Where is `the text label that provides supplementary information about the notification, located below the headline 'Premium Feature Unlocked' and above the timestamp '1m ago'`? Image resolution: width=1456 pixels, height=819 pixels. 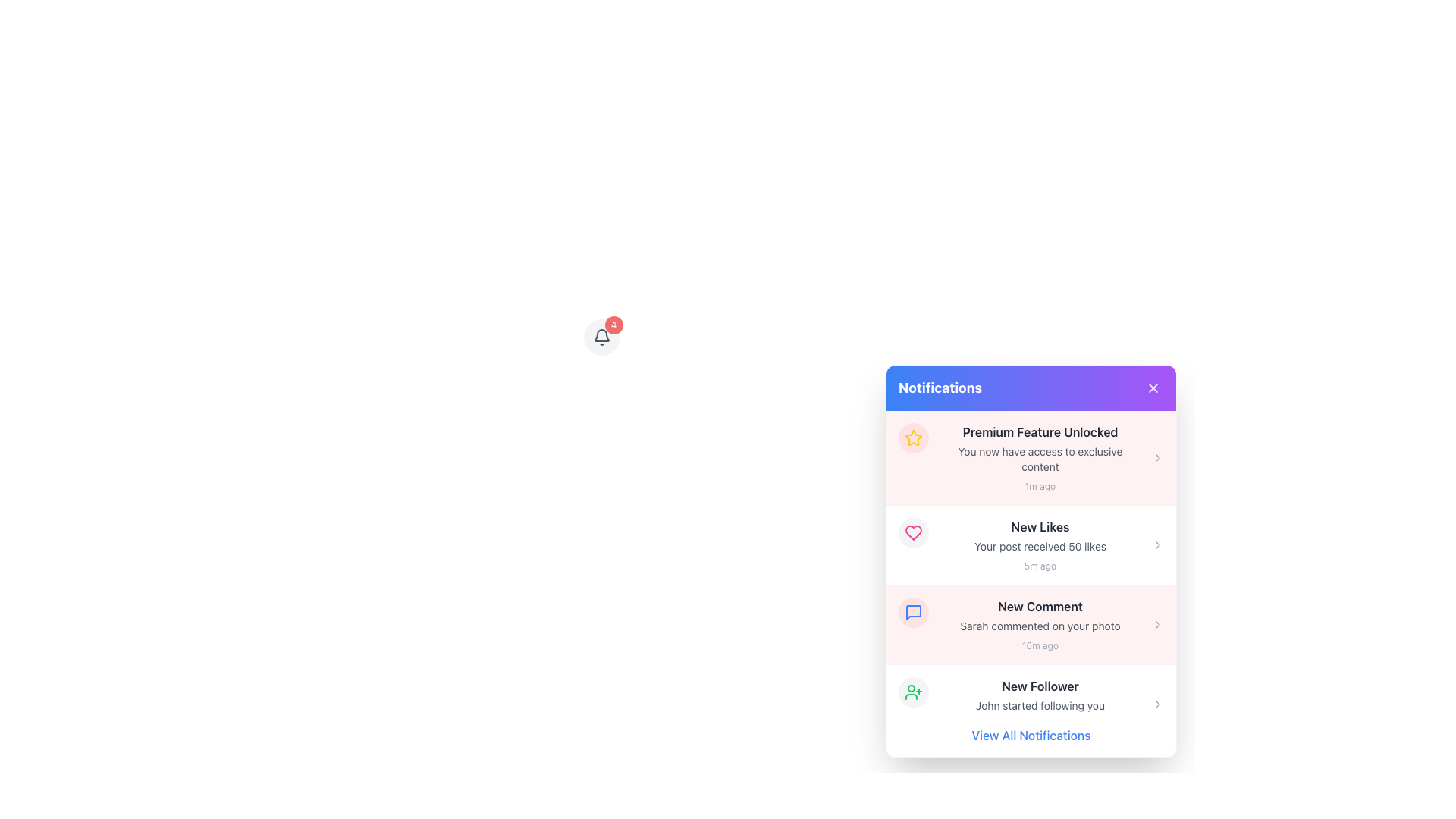 the text label that provides supplementary information about the notification, located below the headline 'Premium Feature Unlocked' and above the timestamp '1m ago' is located at coordinates (1040, 458).